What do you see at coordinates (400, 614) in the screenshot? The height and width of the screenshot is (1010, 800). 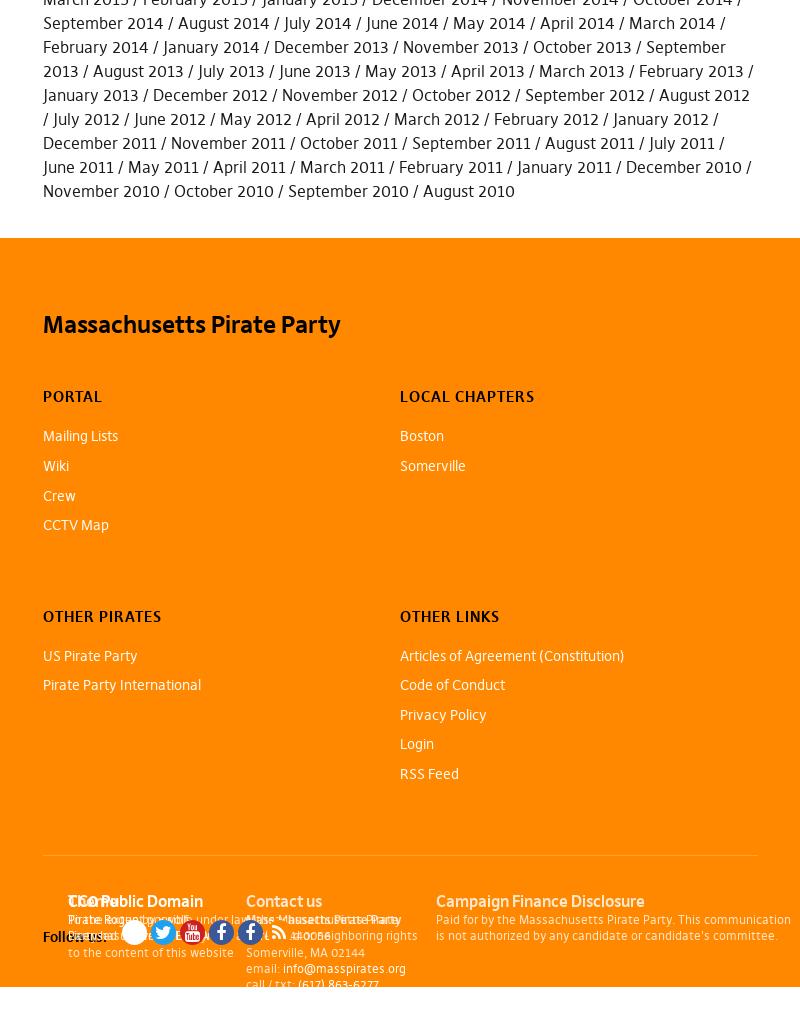 I see `'Other Links'` at bounding box center [400, 614].